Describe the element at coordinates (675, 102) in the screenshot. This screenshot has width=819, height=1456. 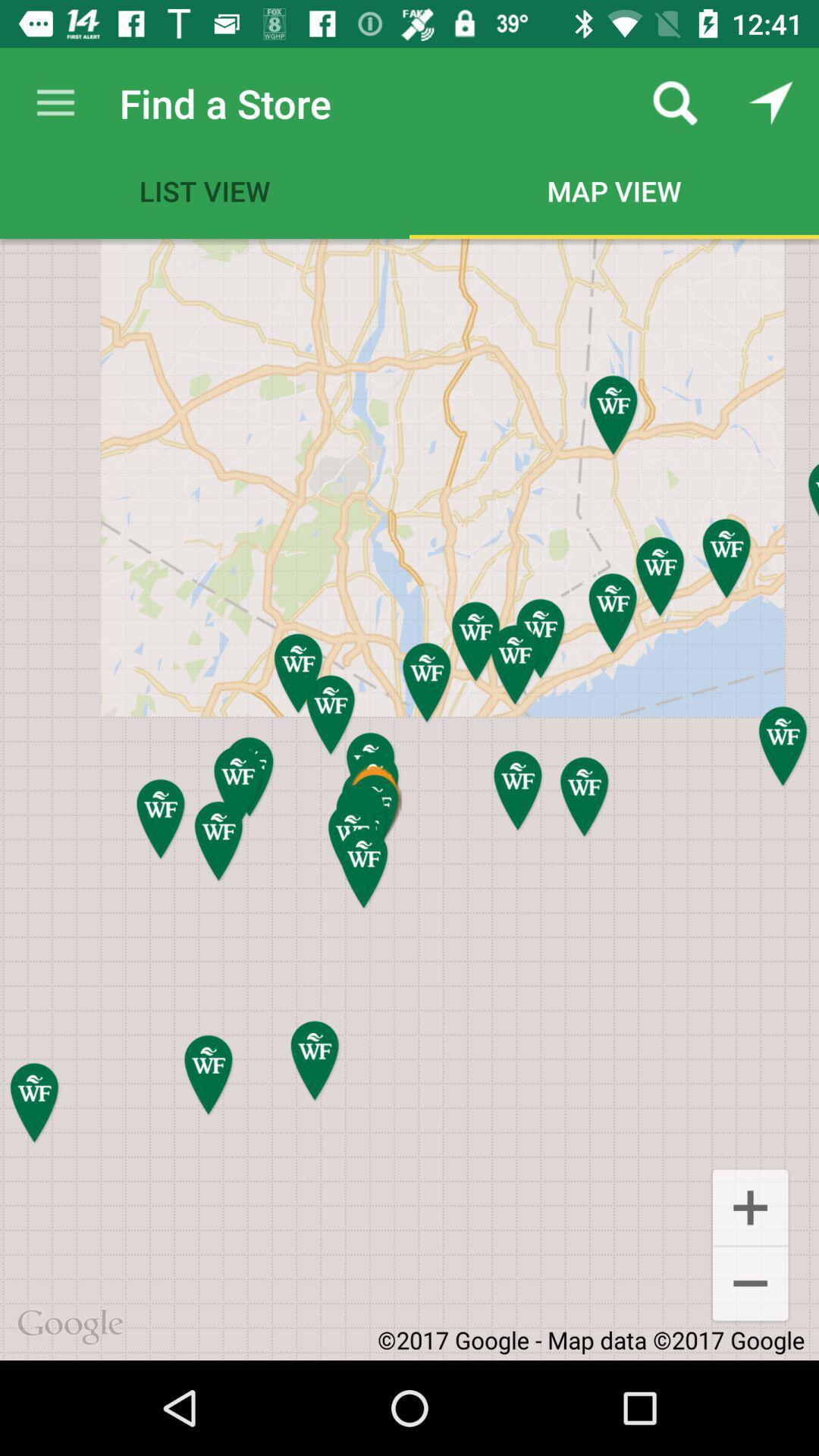
I see `the icon above the map view` at that location.